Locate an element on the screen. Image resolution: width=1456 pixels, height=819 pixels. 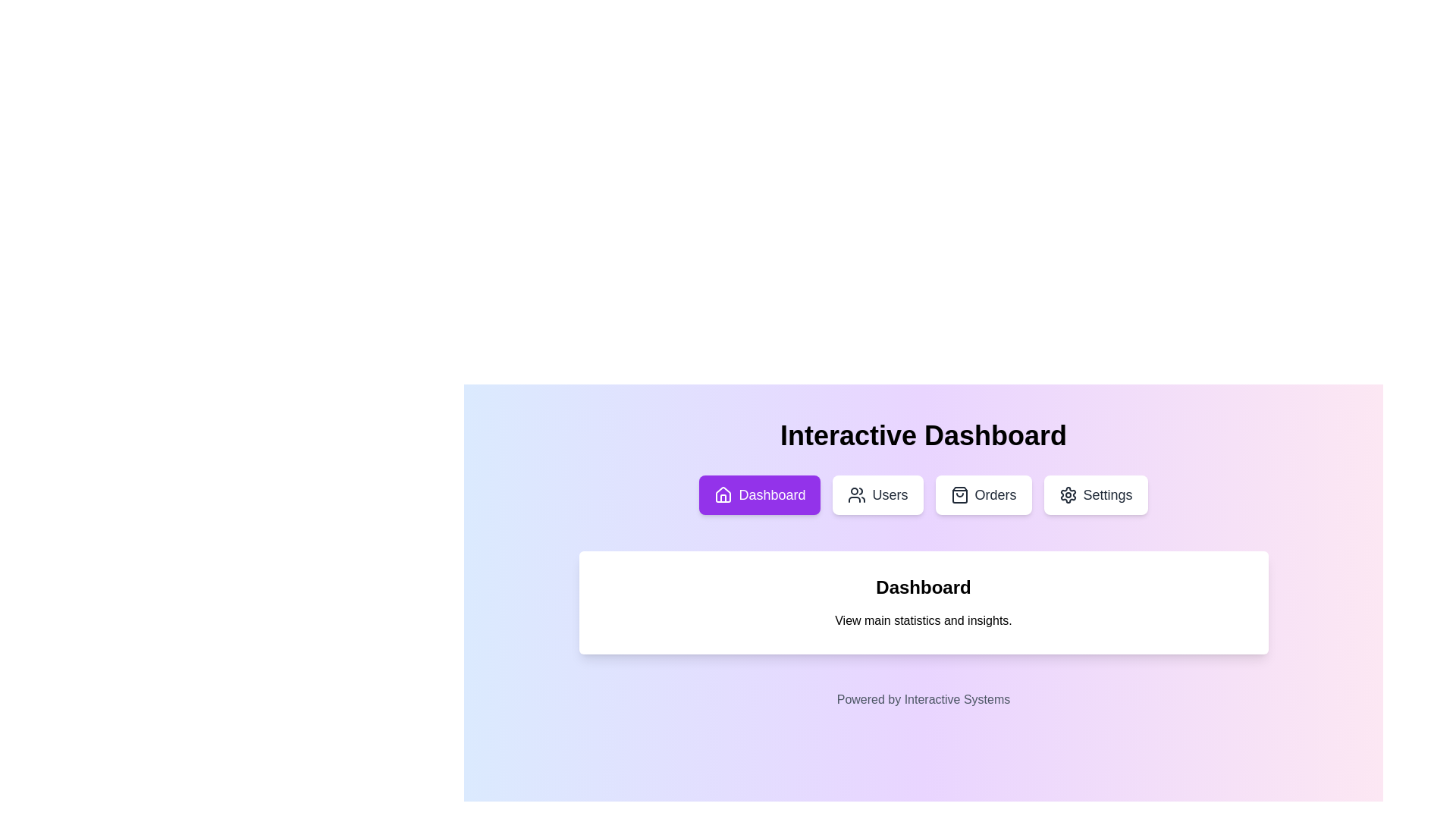
the text label that reads 'Powered by Interactive Systems', styled in gray at the bottom-center of the interface is located at coordinates (923, 699).